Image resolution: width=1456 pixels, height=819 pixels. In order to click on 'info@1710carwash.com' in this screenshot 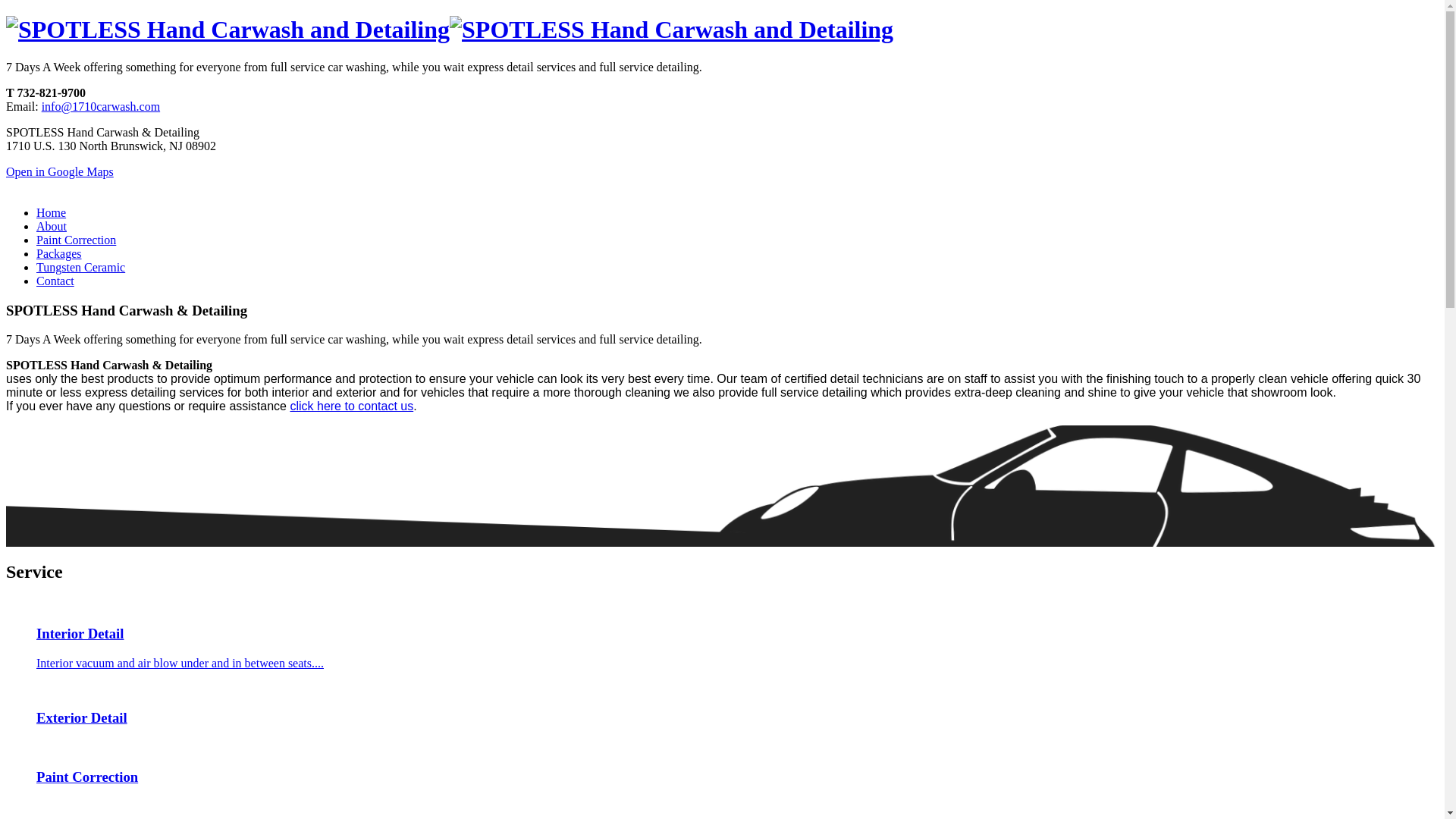, I will do `click(100, 105)`.